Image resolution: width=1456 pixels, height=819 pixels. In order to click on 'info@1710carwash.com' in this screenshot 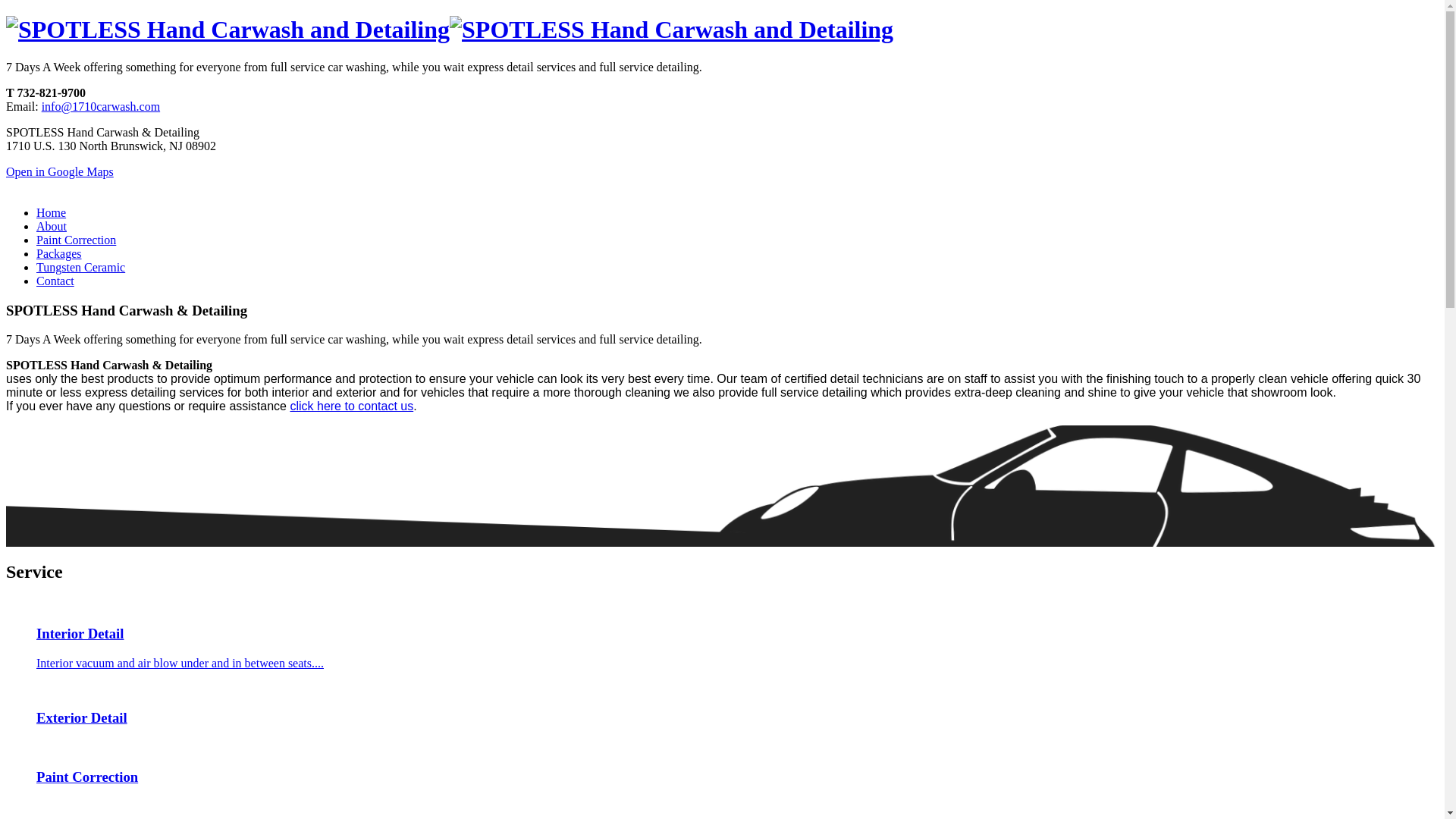, I will do `click(100, 105)`.